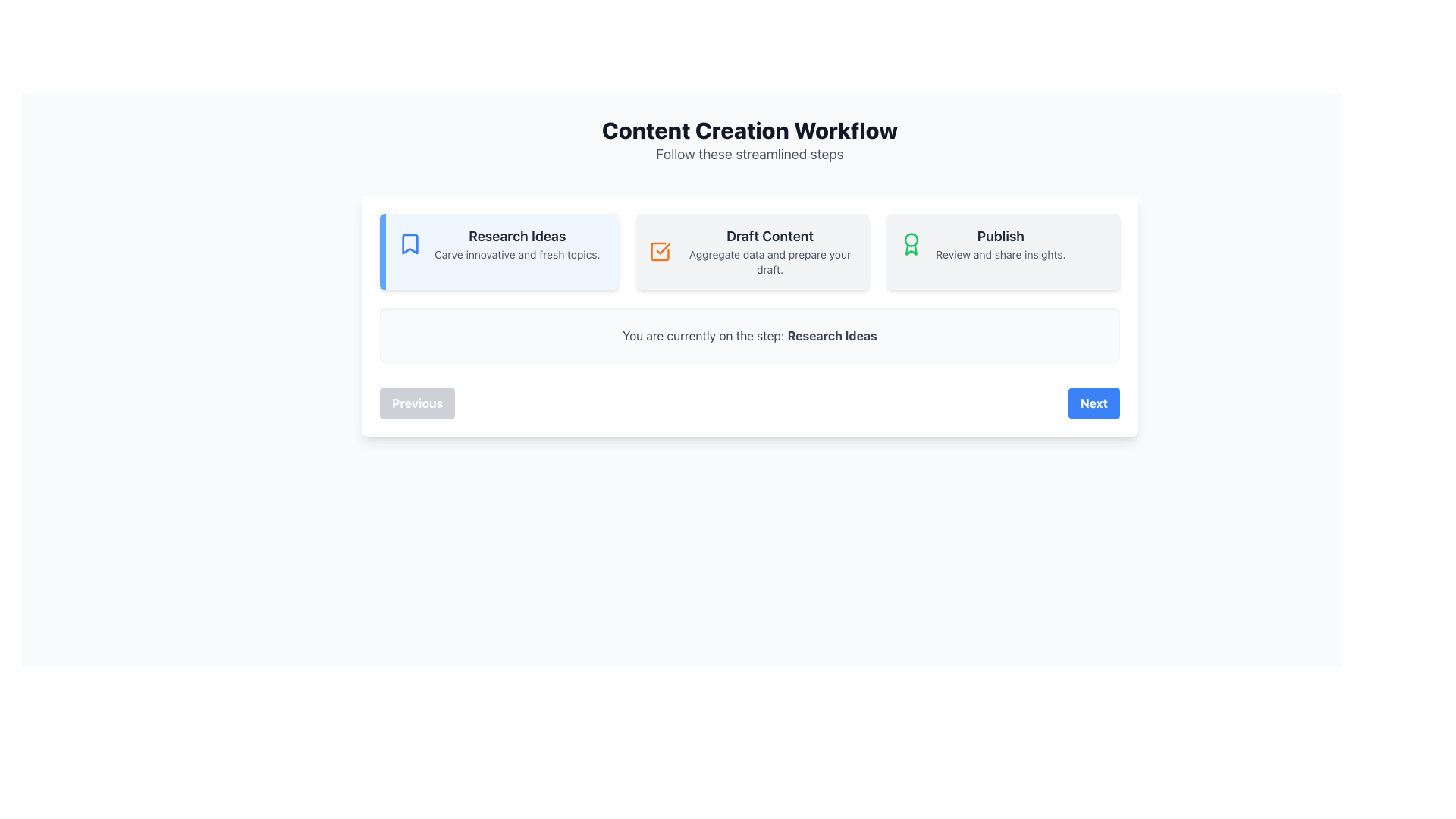 This screenshot has width=1456, height=819. Describe the element at coordinates (517, 253) in the screenshot. I see `the descriptive text label located beneath the 'Research Ideas' heading in the first column of the multi-step workflow interface` at that location.